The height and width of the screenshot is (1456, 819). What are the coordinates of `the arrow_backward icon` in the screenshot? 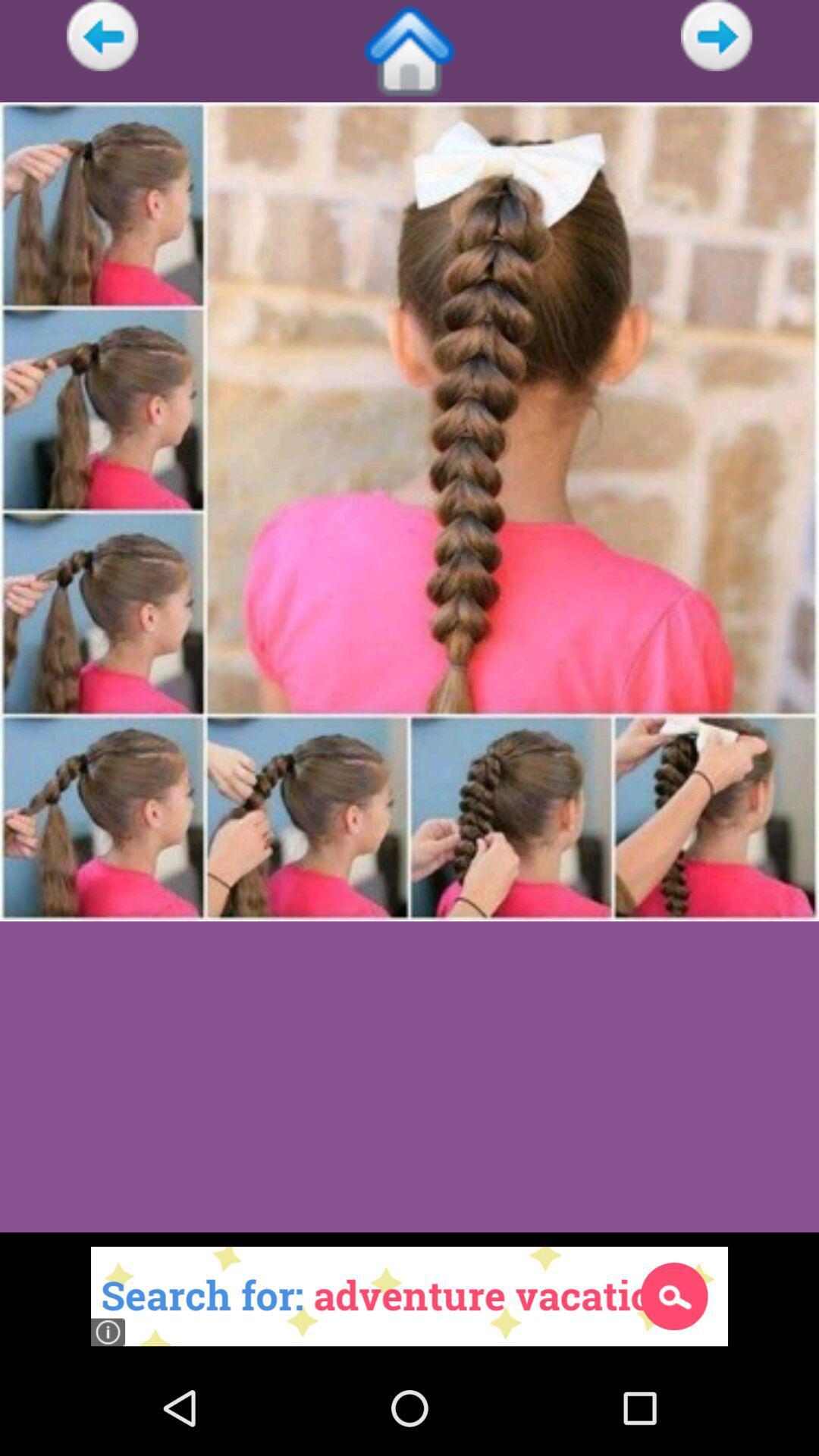 It's located at (102, 38).